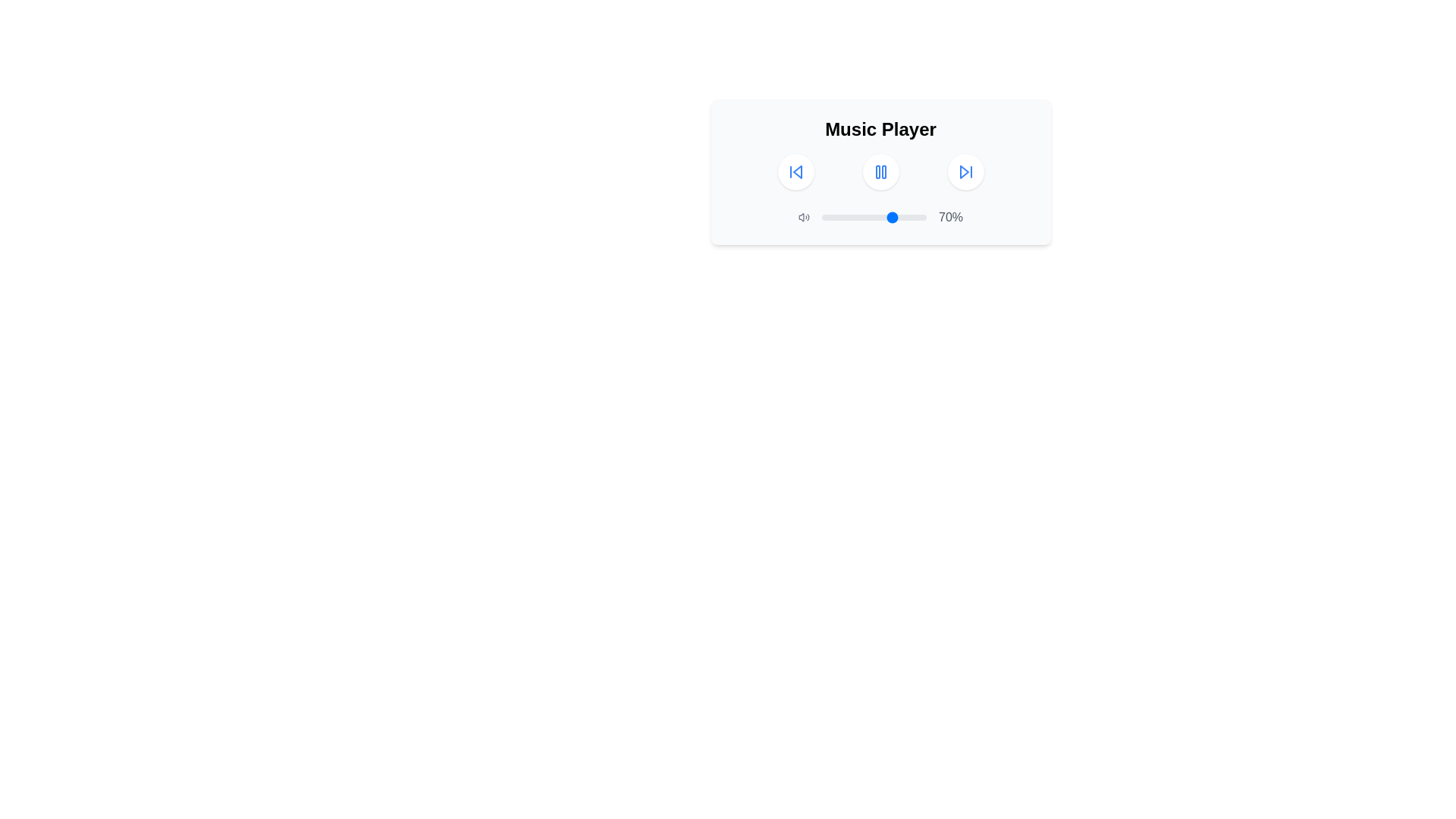  What do you see at coordinates (853, 217) in the screenshot?
I see `the slider` at bounding box center [853, 217].